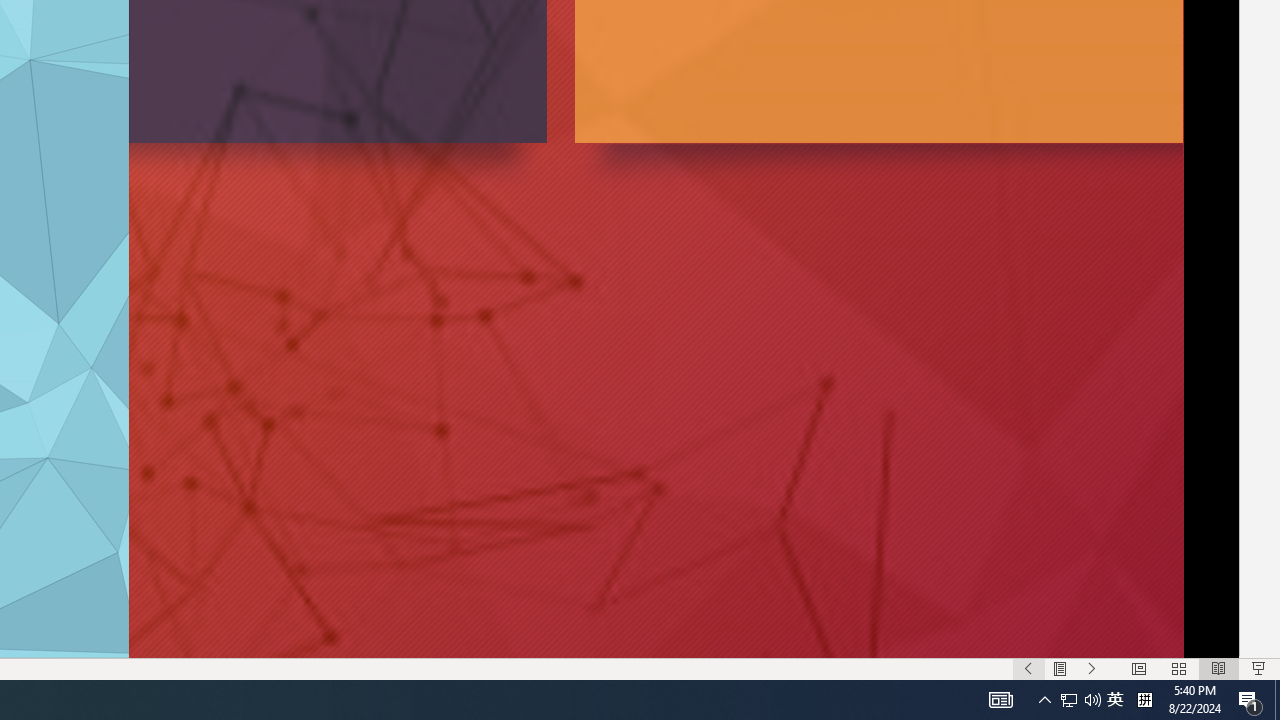  I want to click on 'Slide Show Next On', so click(1091, 669).